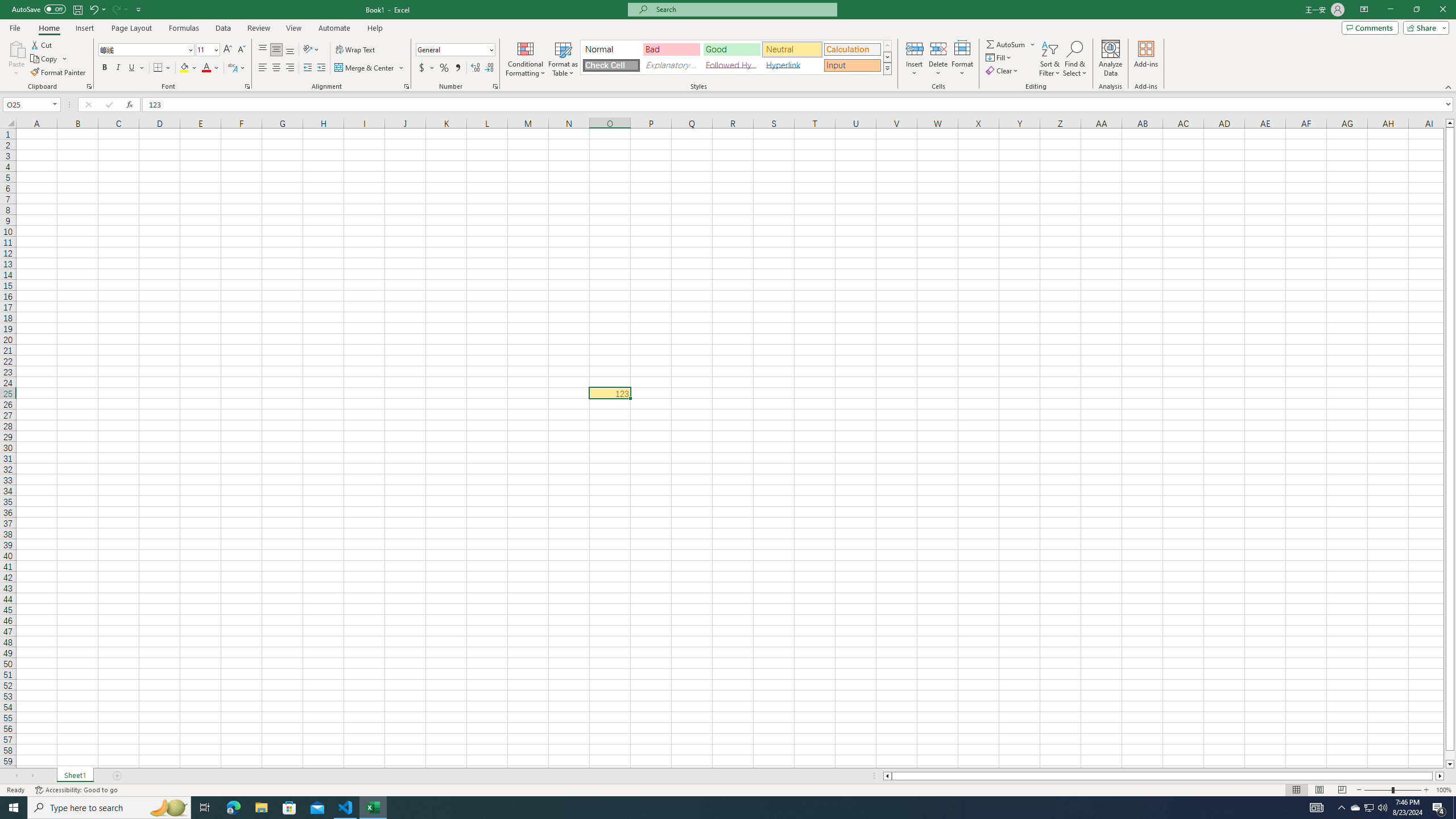  Describe the element at coordinates (131, 67) in the screenshot. I see `'Underline'` at that location.